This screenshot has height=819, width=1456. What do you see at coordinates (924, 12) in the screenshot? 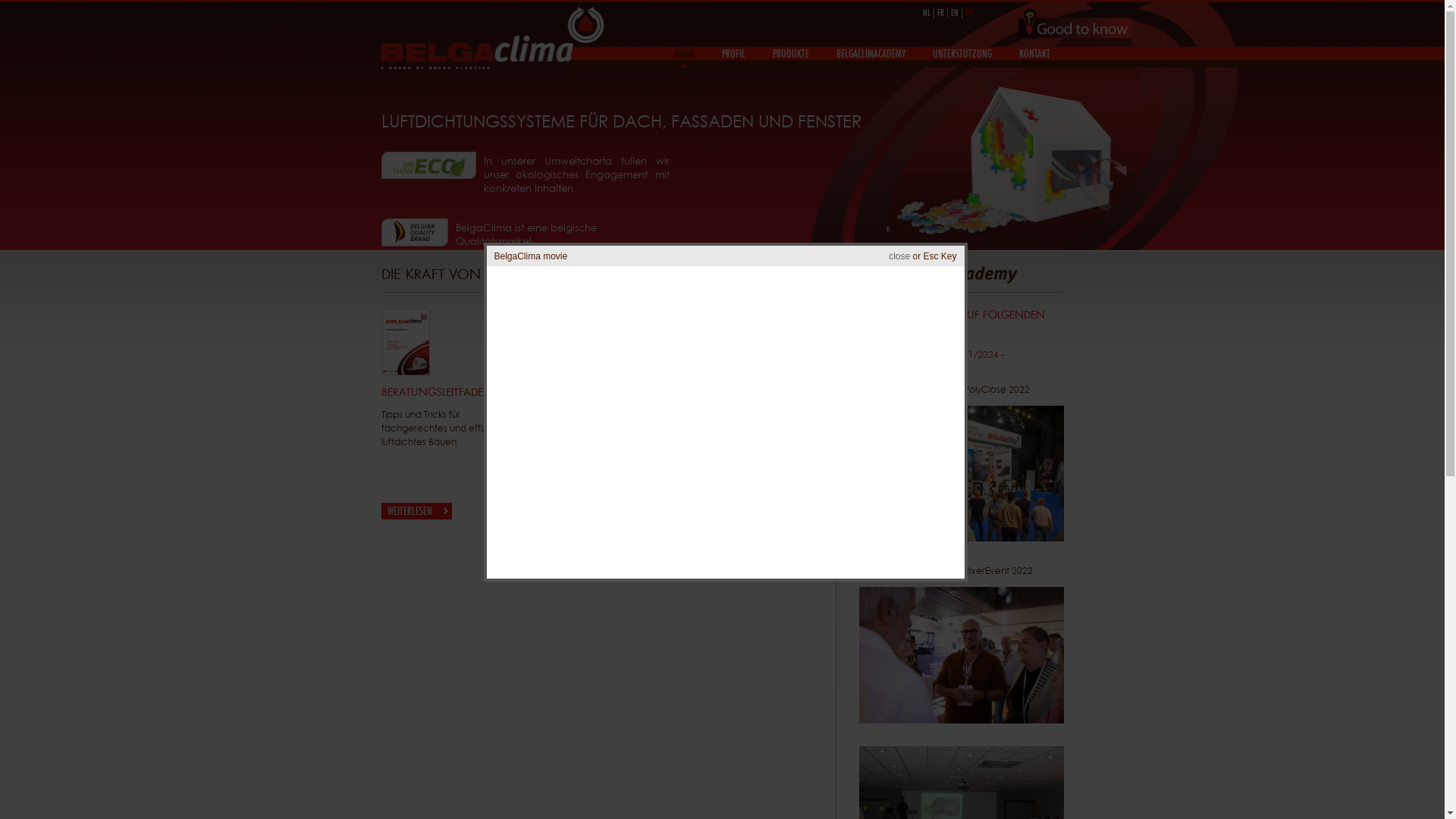
I see `'NL'` at bounding box center [924, 12].